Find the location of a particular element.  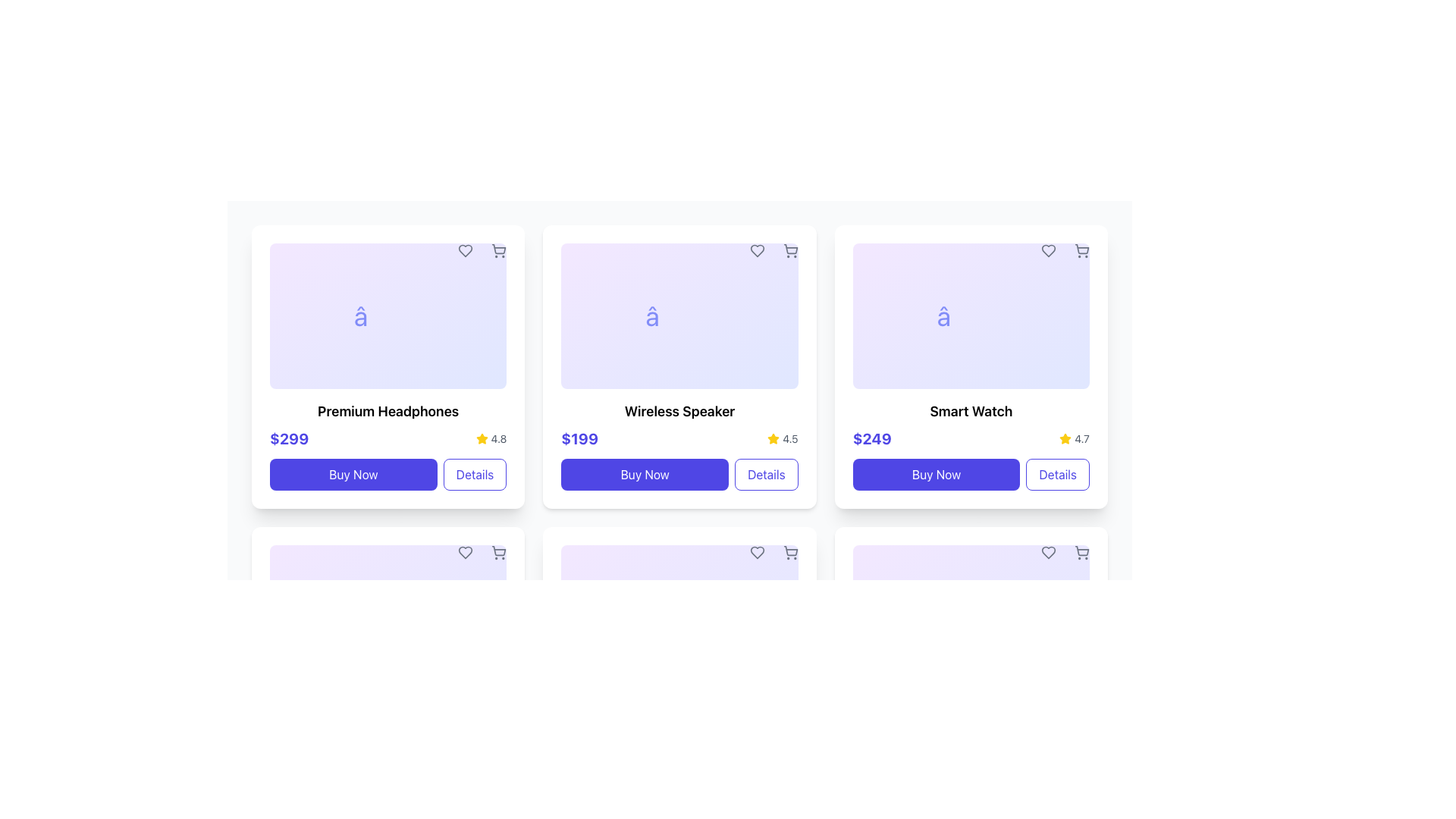

the heart icon in the top-right corner of the 'Smart Watch' card to favorite the associated item is located at coordinates (1047, 250).